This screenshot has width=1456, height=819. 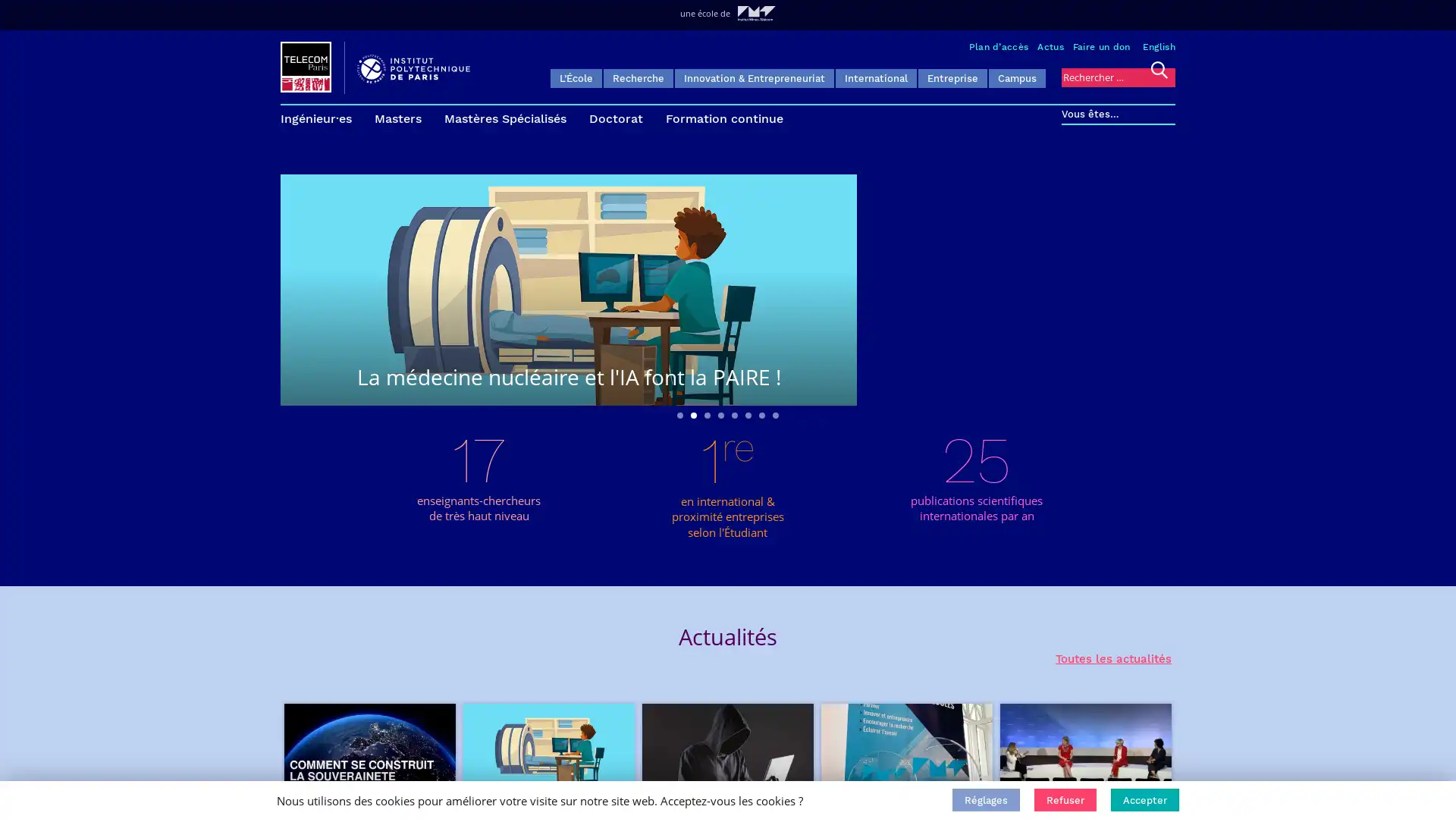 What do you see at coordinates (1065, 799) in the screenshot?
I see `Refuser` at bounding box center [1065, 799].